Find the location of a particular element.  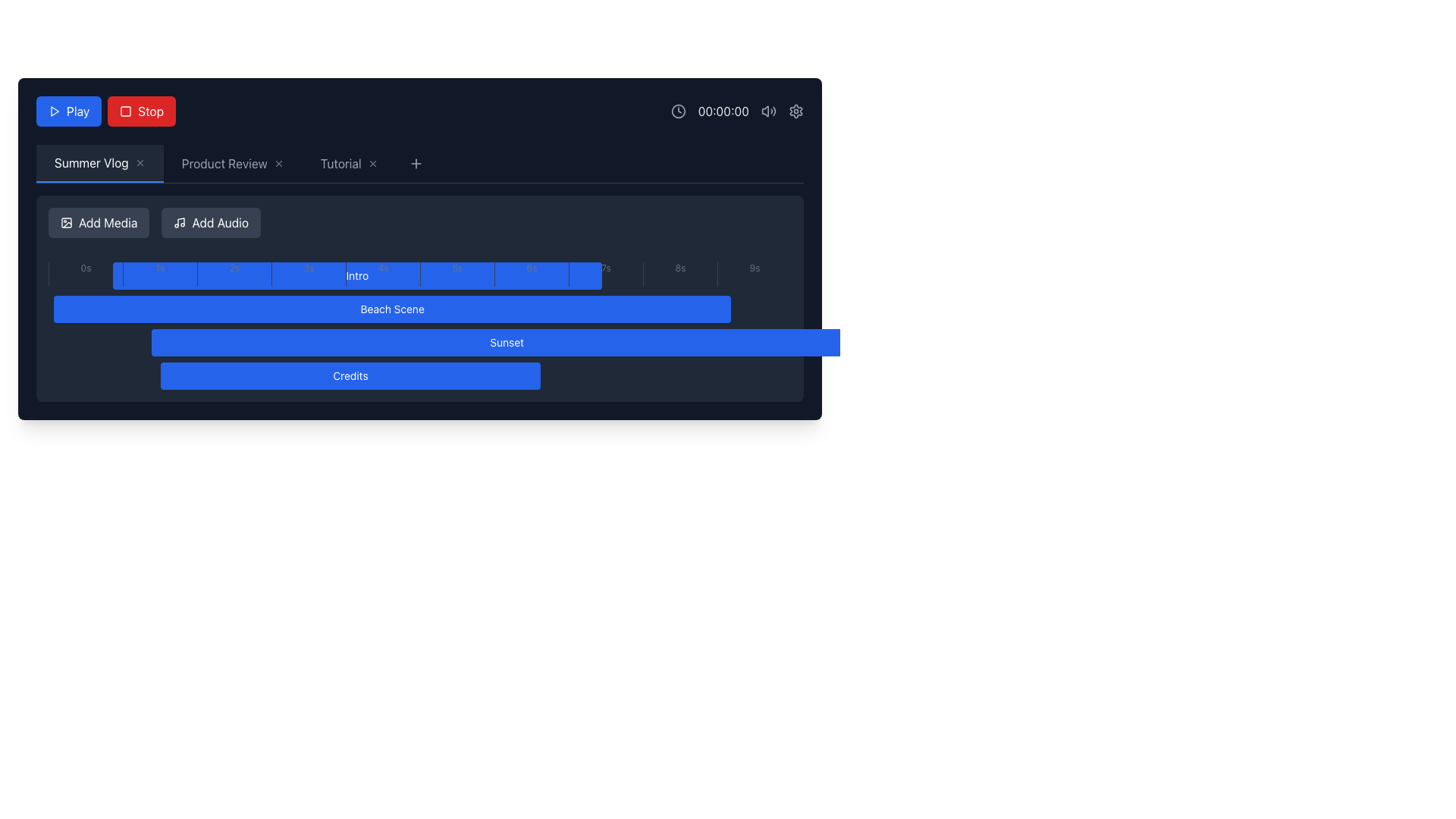

the 'Tutorial' tab label is located at coordinates (340, 164).